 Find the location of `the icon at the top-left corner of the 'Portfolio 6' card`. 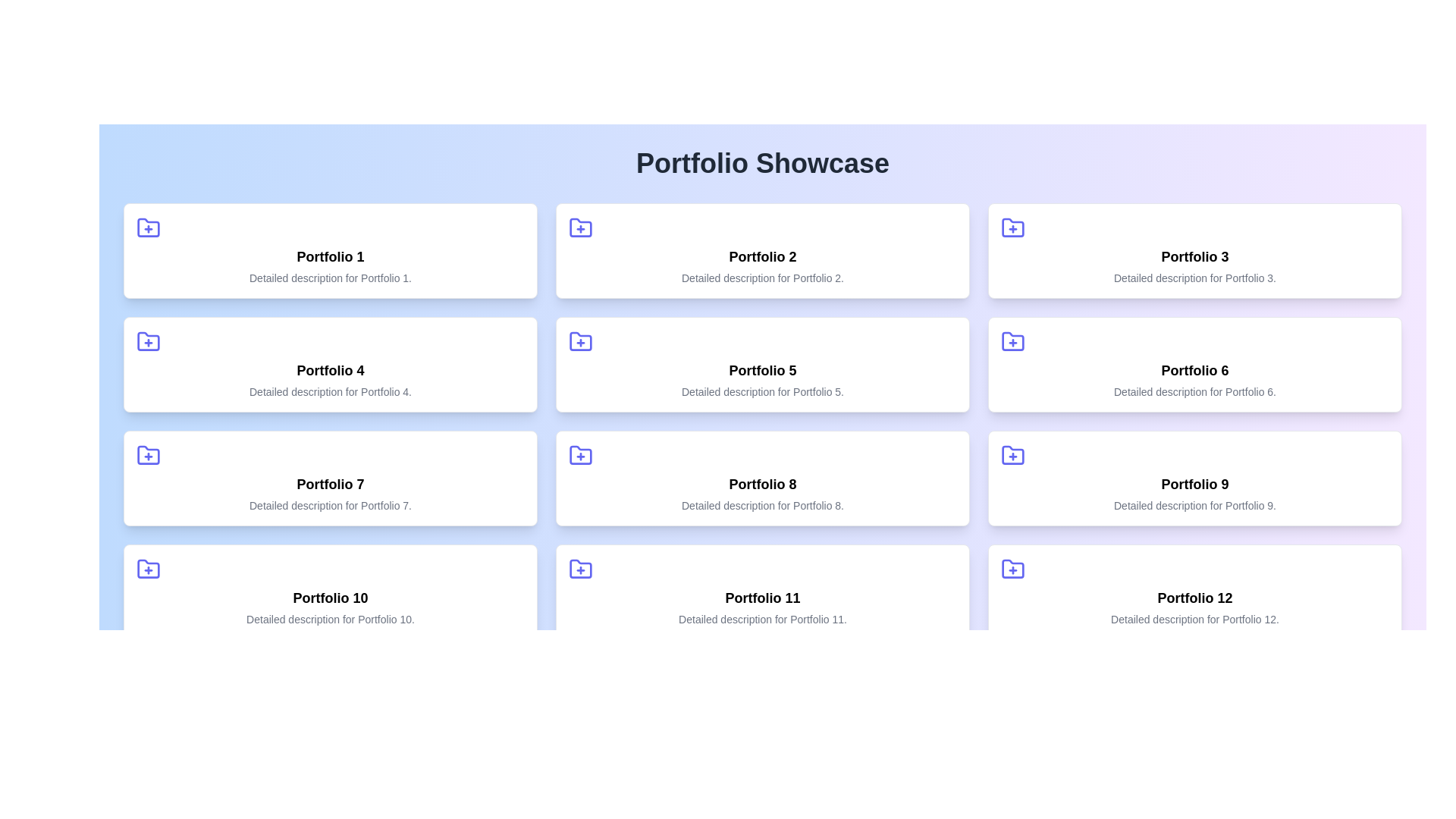

the icon at the top-left corner of the 'Portfolio 6' card is located at coordinates (1012, 342).